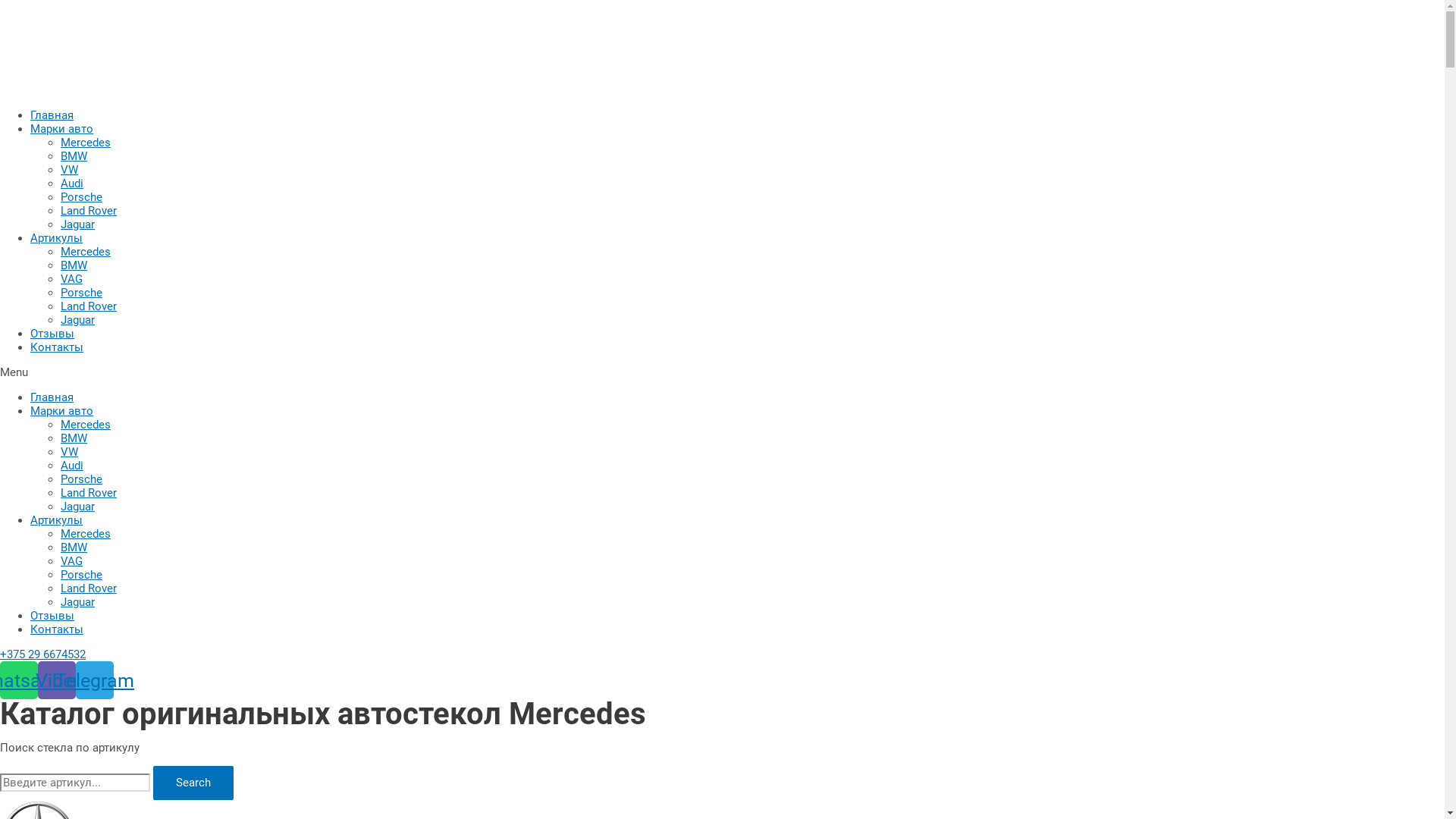  What do you see at coordinates (87, 587) in the screenshot?
I see `'Land Rover'` at bounding box center [87, 587].